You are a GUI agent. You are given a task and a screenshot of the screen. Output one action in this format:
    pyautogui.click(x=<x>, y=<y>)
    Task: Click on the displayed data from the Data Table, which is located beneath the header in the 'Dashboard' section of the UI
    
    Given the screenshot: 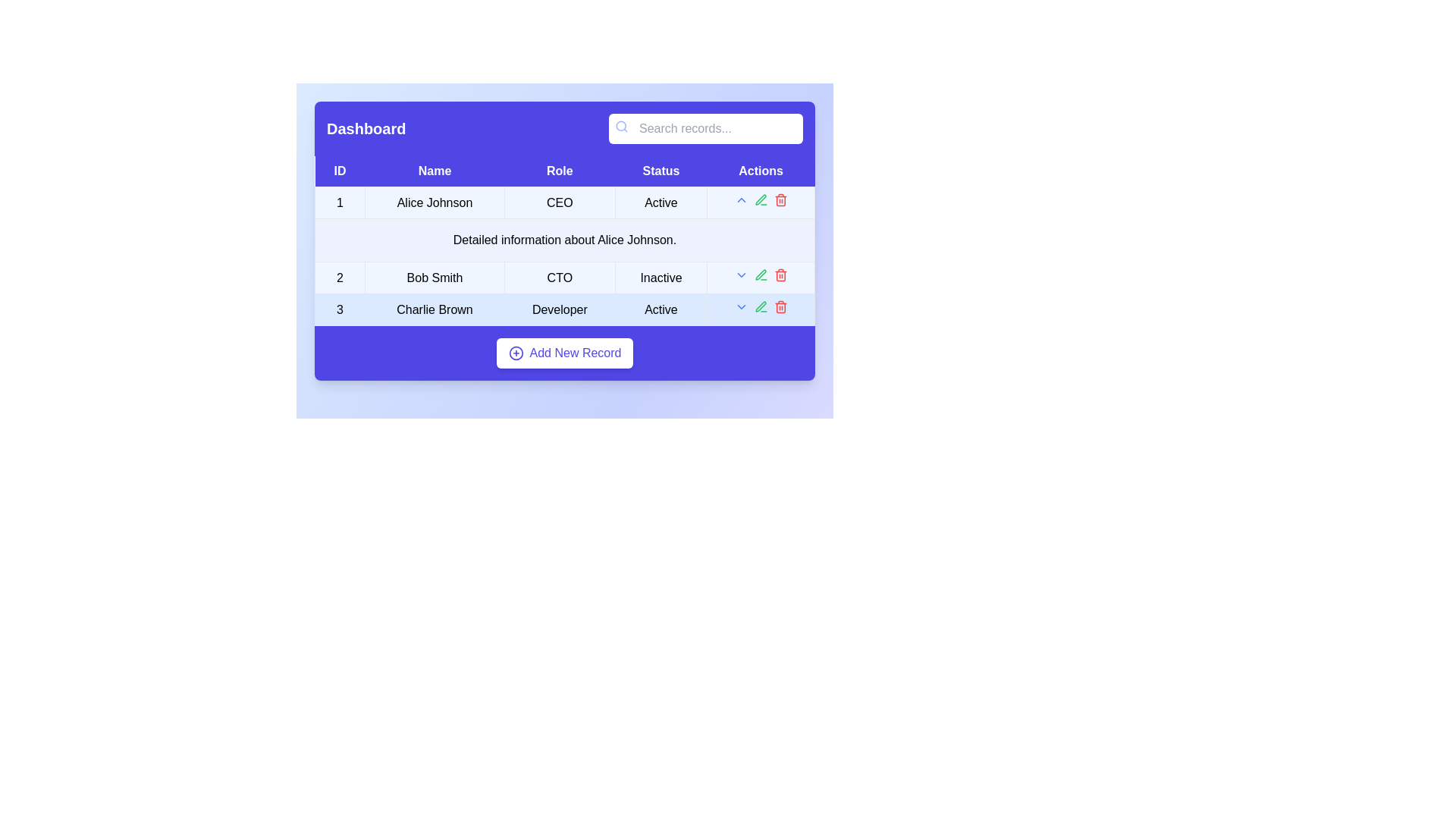 What is the action you would take?
    pyautogui.click(x=563, y=240)
    